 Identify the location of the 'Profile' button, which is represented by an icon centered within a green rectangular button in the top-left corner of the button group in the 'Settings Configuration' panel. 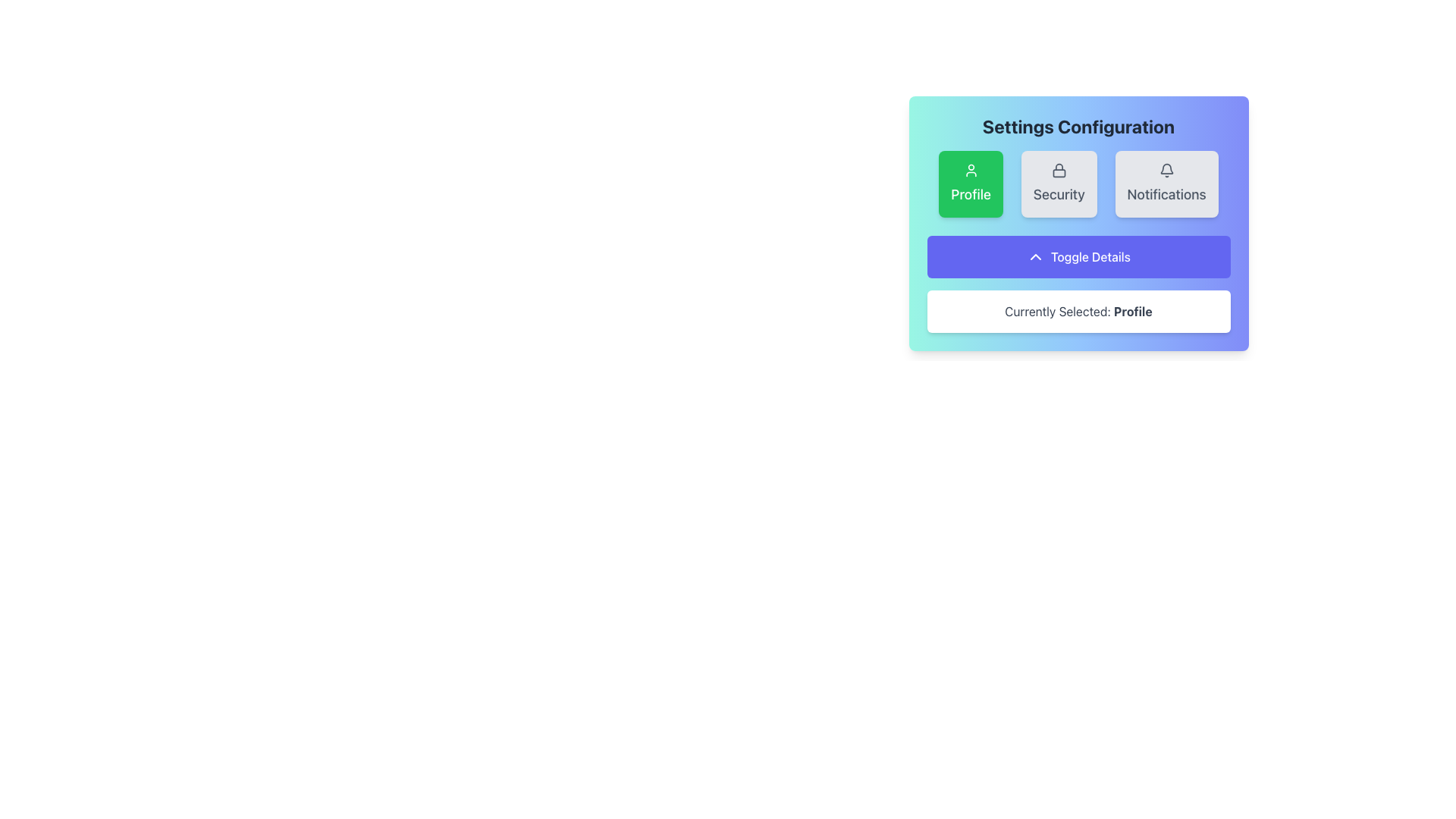
(971, 170).